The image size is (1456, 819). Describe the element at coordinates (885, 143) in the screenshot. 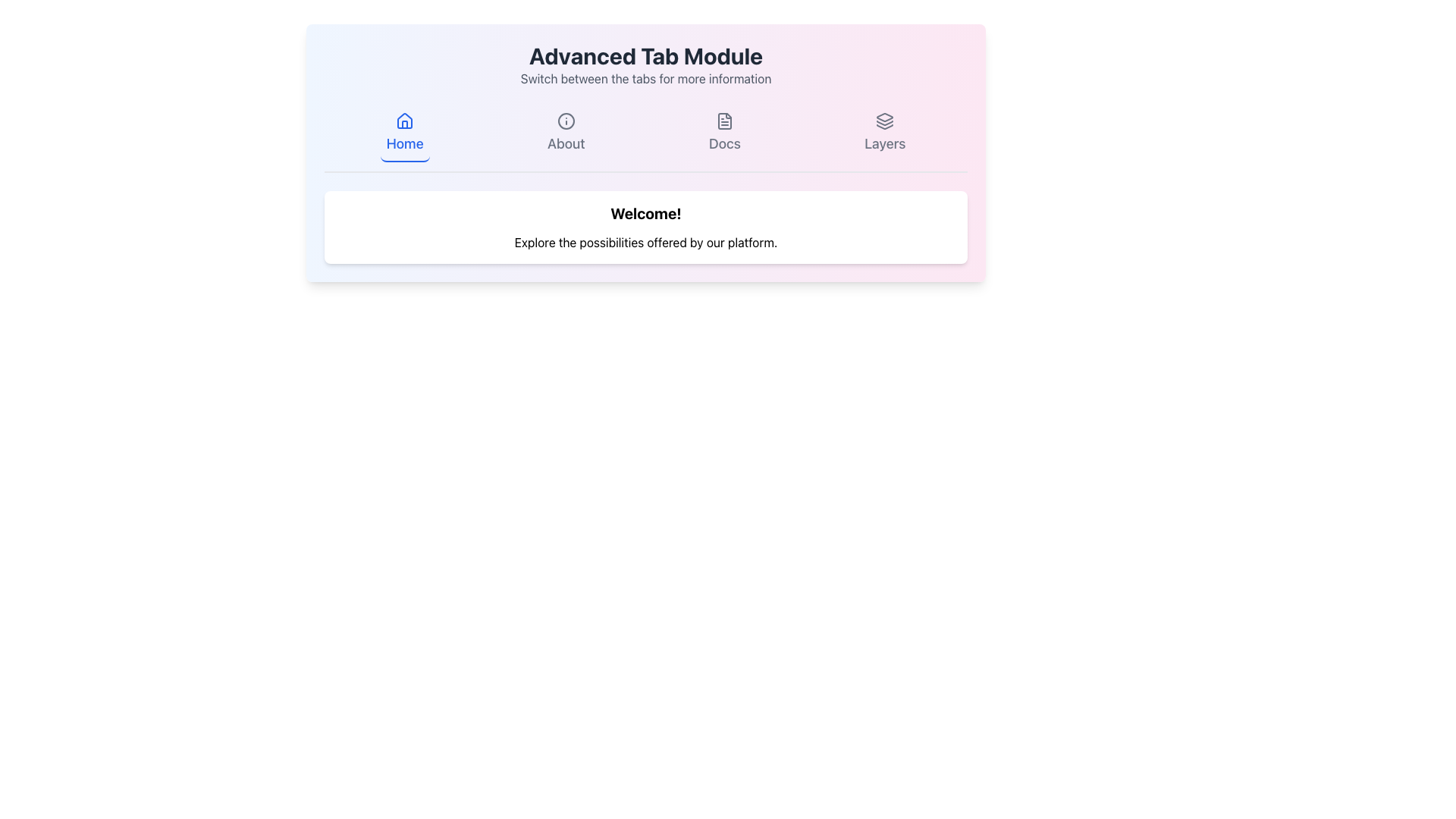

I see `the 'Layers' text label in the navigation menu, which is styled in a medium-sized sans-serif font and located under a stack-like icon` at that location.